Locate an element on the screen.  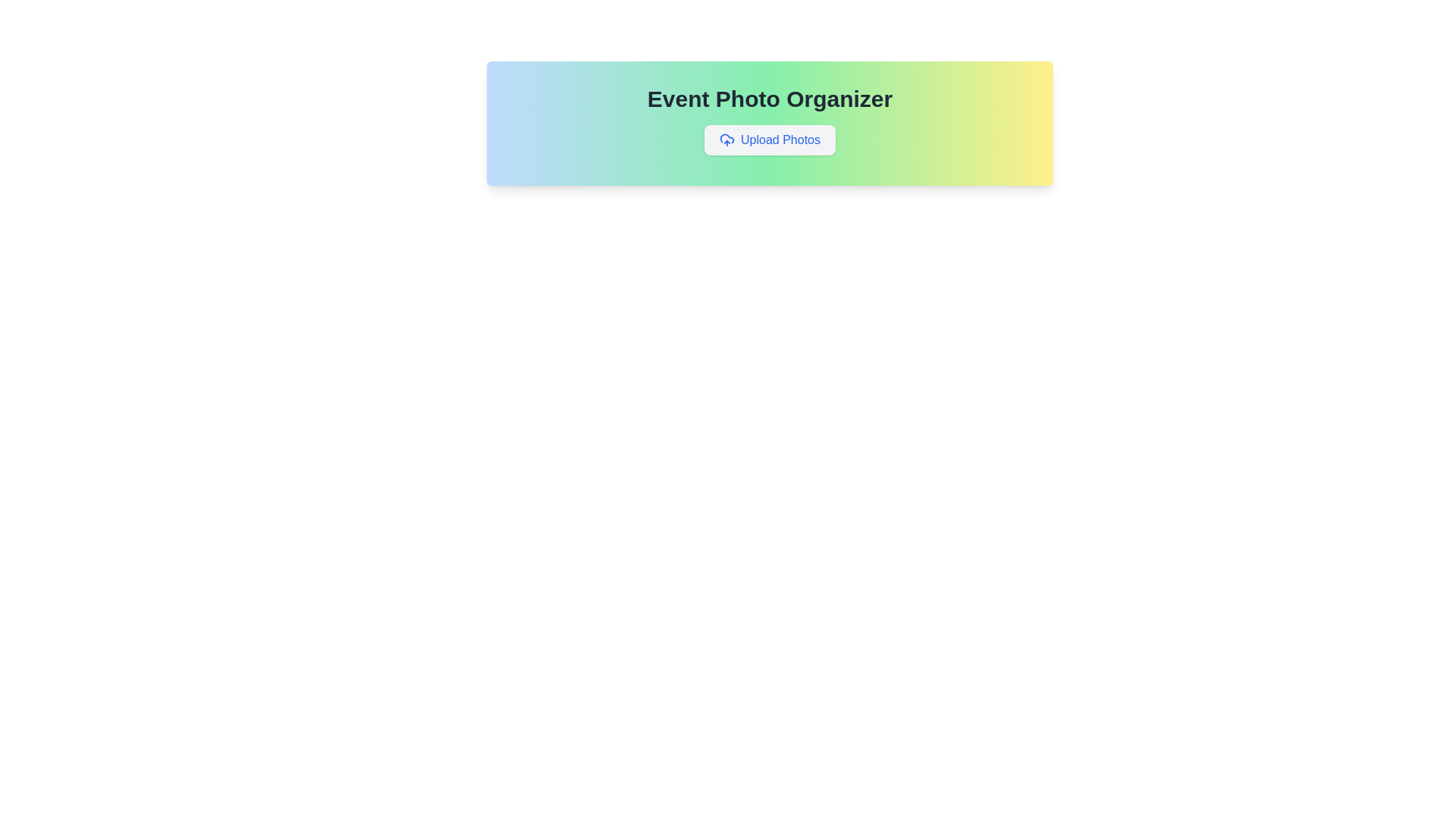
the cloud with upward arrow icon embedded is located at coordinates (726, 140).